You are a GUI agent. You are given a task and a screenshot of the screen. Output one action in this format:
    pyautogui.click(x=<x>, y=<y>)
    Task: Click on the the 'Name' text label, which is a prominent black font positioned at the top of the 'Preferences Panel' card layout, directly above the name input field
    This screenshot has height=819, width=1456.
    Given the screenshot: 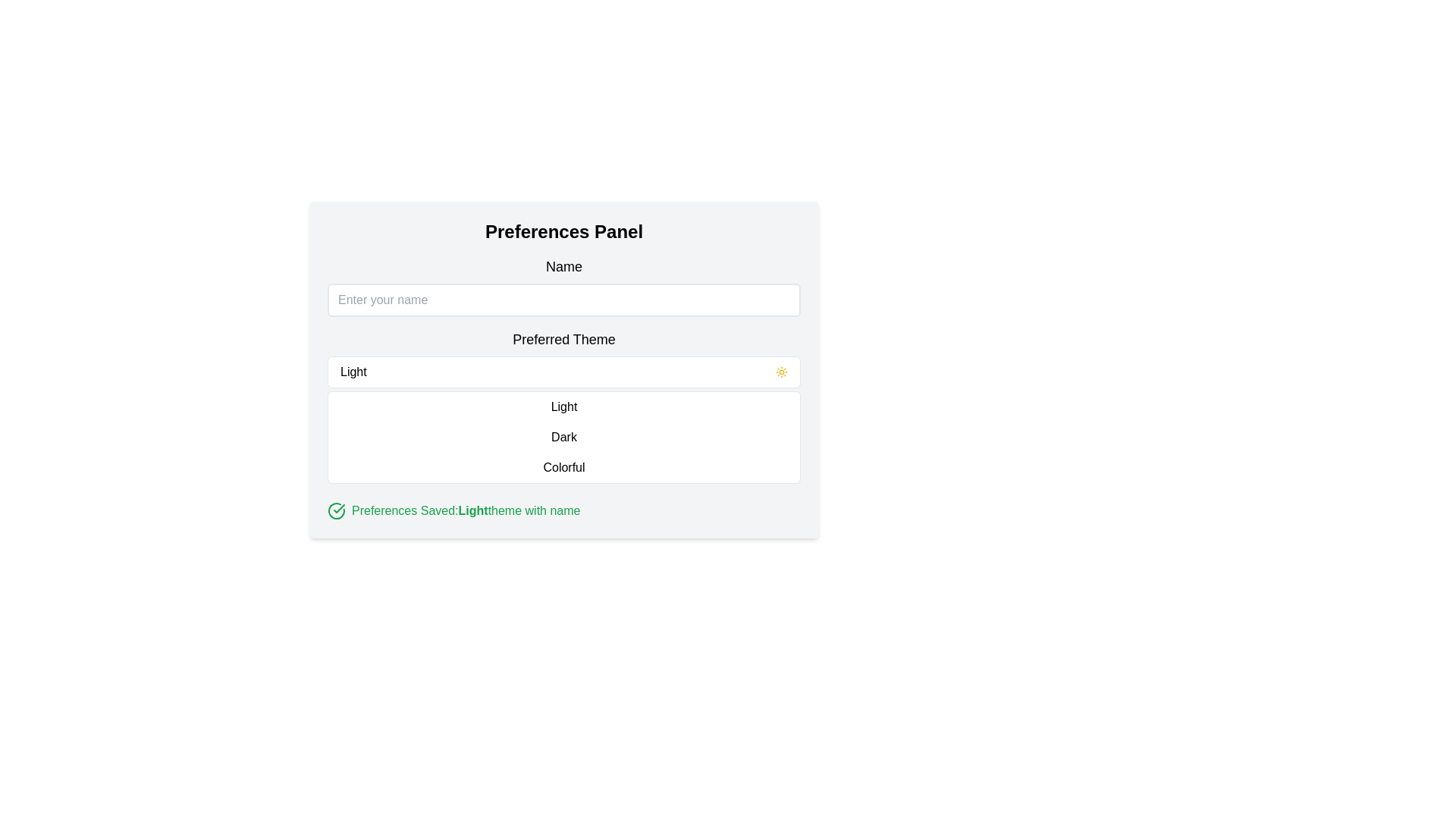 What is the action you would take?
    pyautogui.click(x=563, y=265)
    